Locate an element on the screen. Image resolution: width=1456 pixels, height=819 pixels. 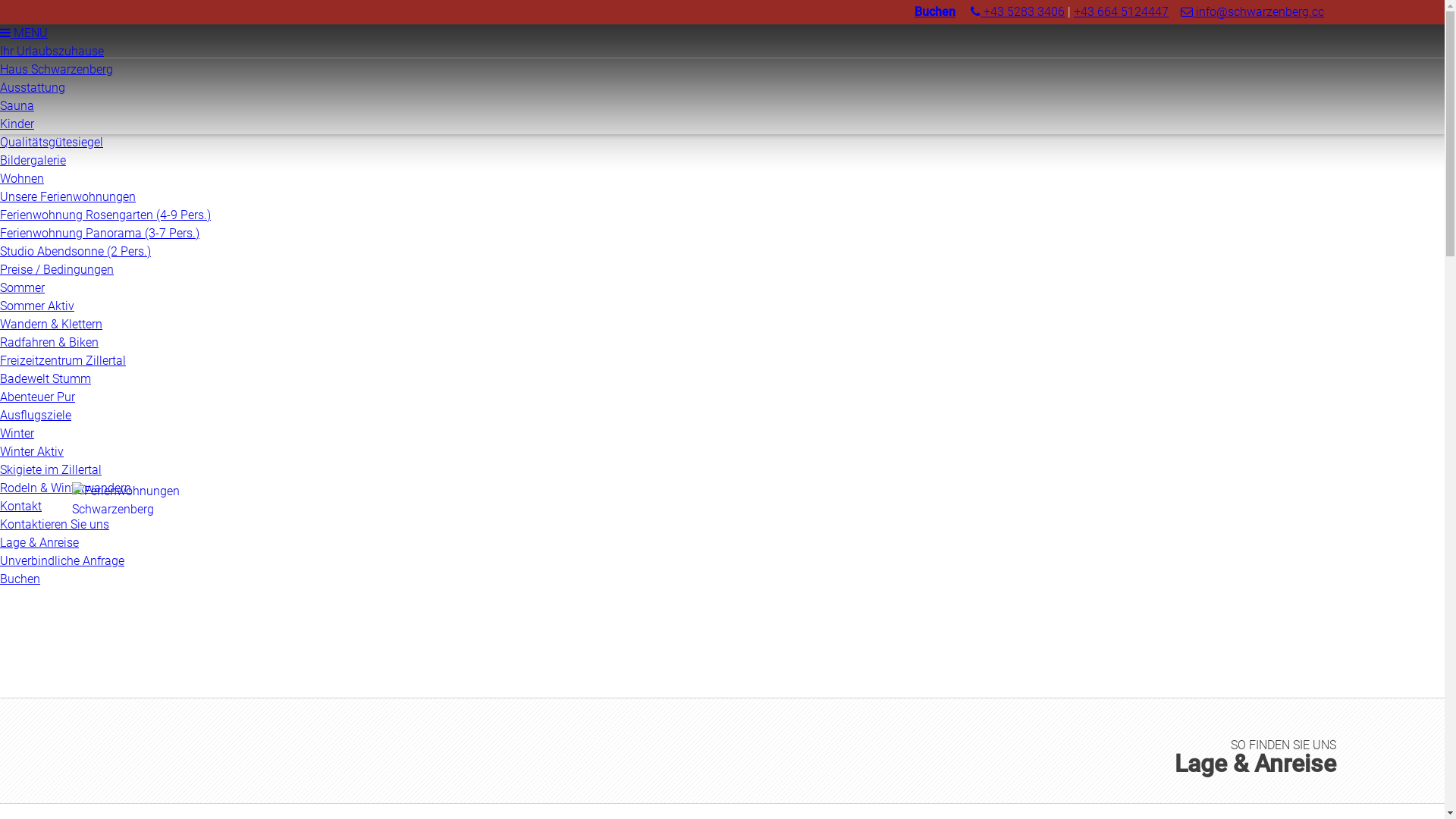
'Rodeln & Winterwandern' is located at coordinates (0, 488).